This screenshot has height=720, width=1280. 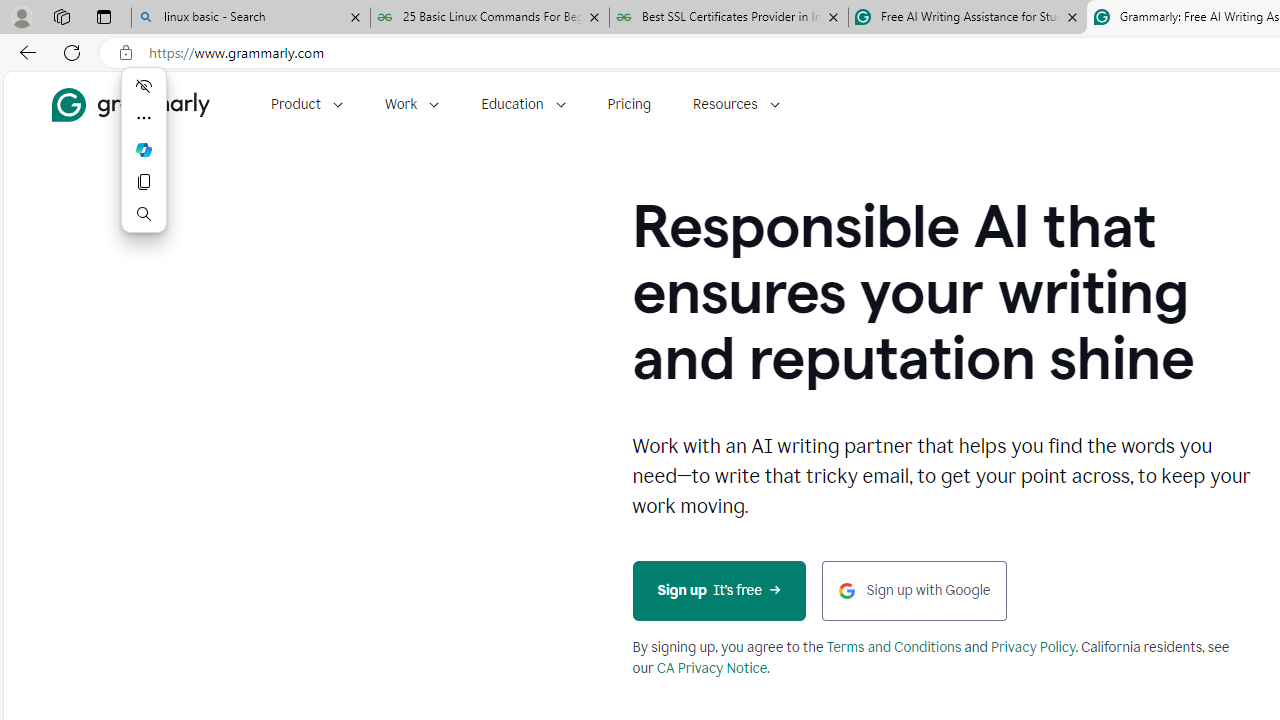 What do you see at coordinates (143, 182) in the screenshot?
I see `'Copy'` at bounding box center [143, 182].